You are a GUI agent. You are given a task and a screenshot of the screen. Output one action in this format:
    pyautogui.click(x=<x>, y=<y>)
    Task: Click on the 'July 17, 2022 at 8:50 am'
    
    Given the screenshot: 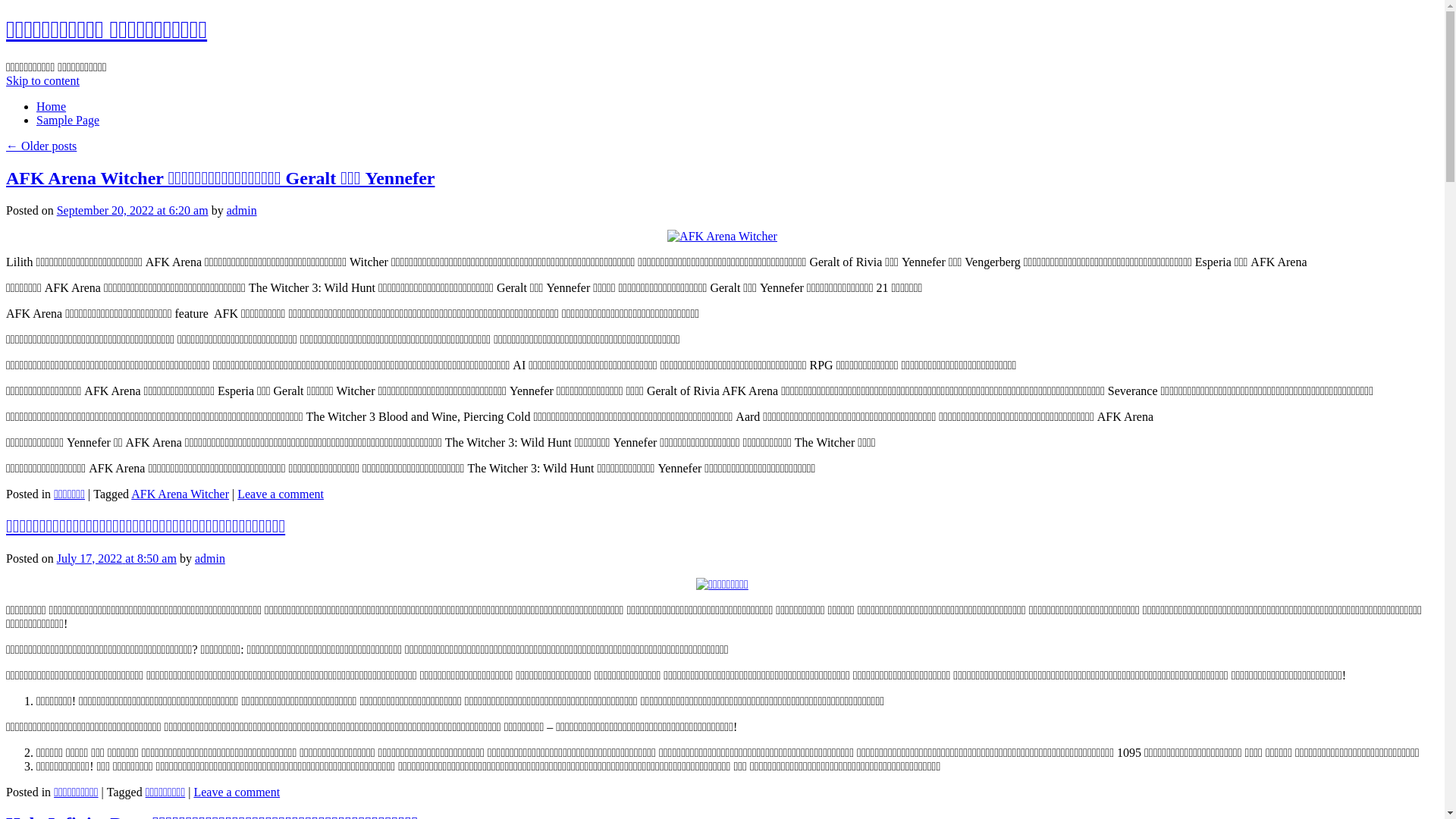 What is the action you would take?
    pyautogui.click(x=115, y=558)
    